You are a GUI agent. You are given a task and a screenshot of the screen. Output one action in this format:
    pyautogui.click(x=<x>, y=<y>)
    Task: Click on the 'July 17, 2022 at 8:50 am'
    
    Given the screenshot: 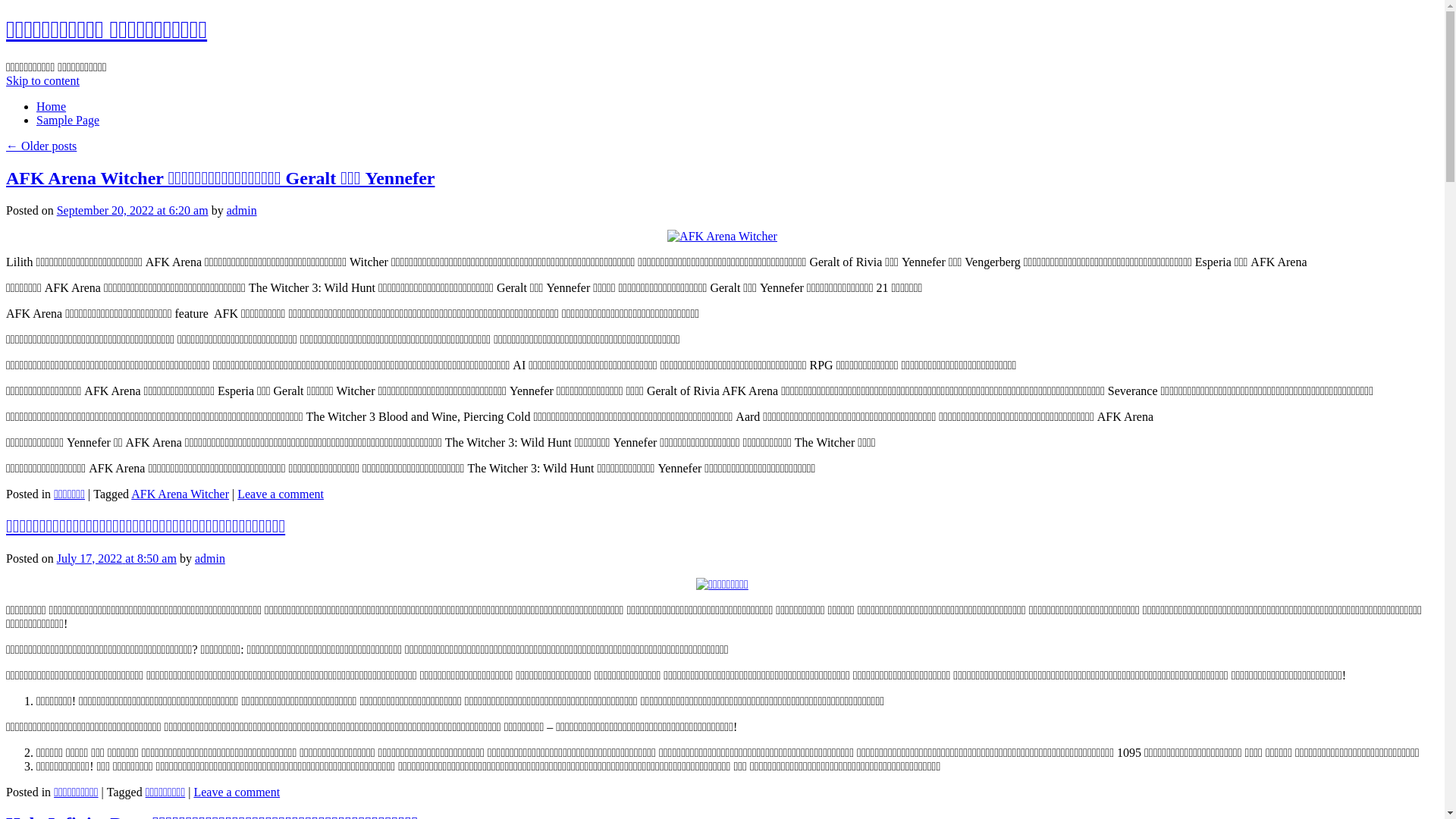 What is the action you would take?
    pyautogui.click(x=115, y=558)
    